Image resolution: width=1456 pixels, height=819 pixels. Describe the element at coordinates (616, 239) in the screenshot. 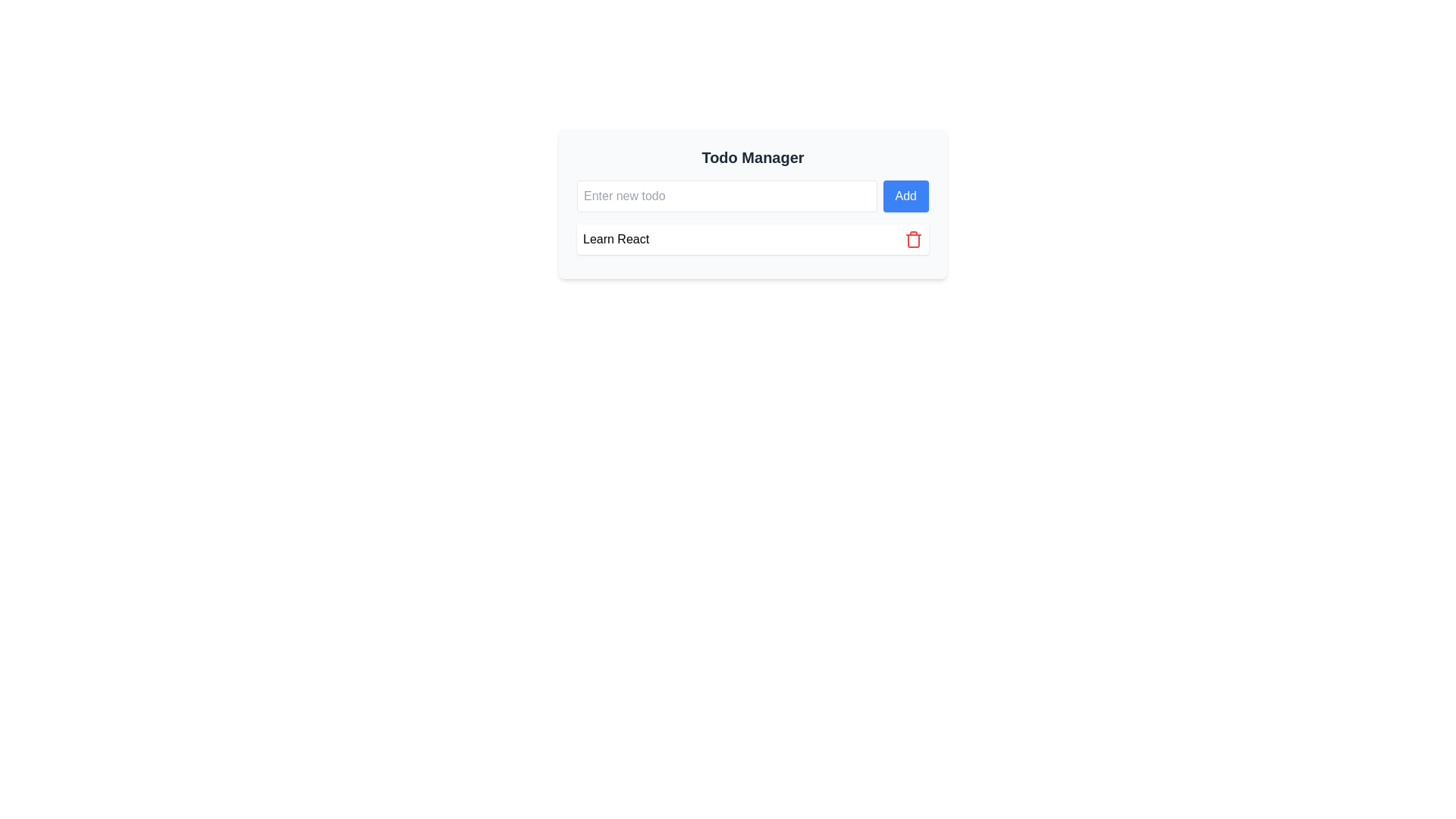

I see `the static text element that represents a task in the to-do list, displayed within a white-colored task box below the 'Todo Manager' title` at that location.